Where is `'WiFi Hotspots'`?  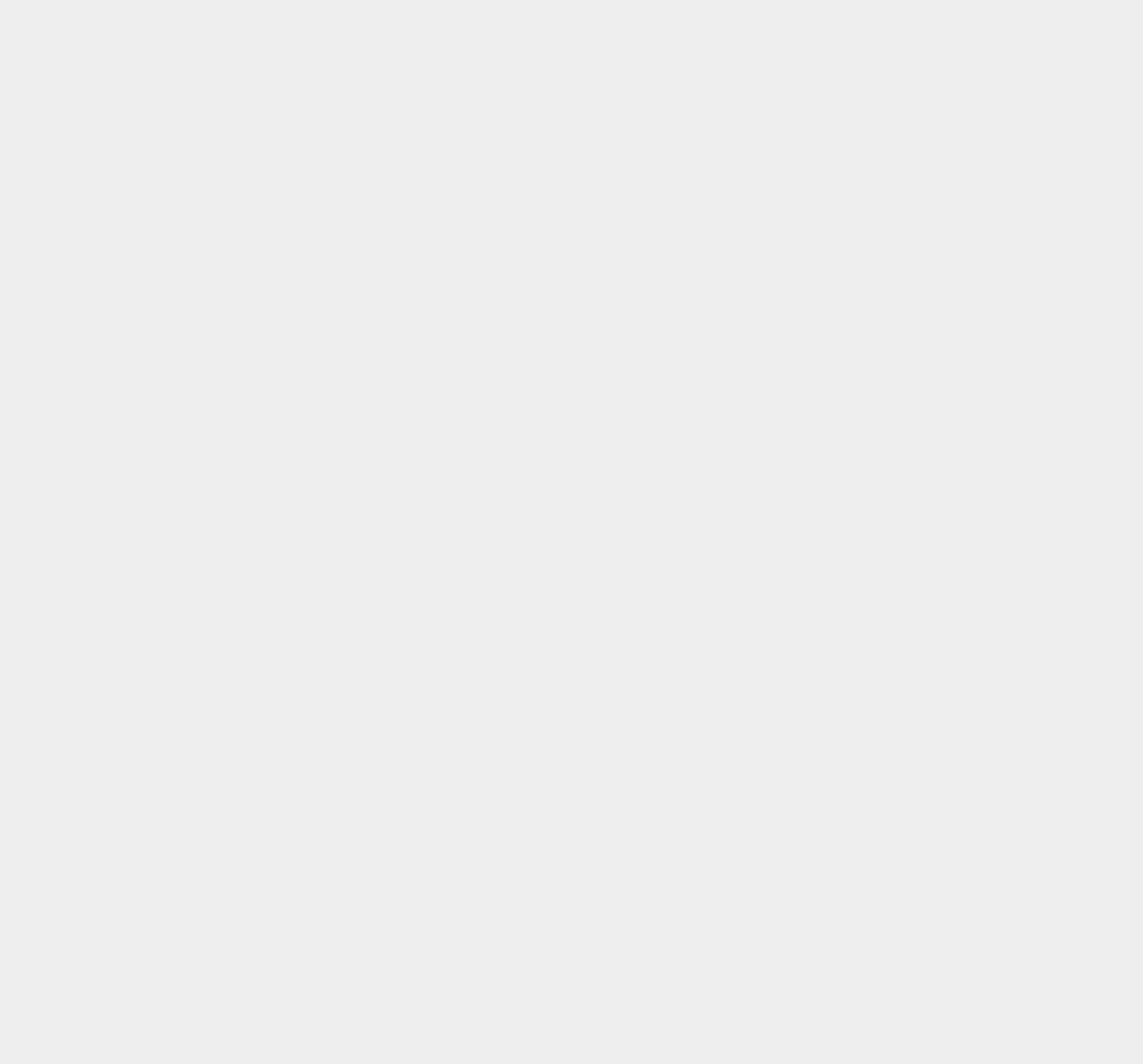
'WiFi Hotspots' is located at coordinates (850, 844).